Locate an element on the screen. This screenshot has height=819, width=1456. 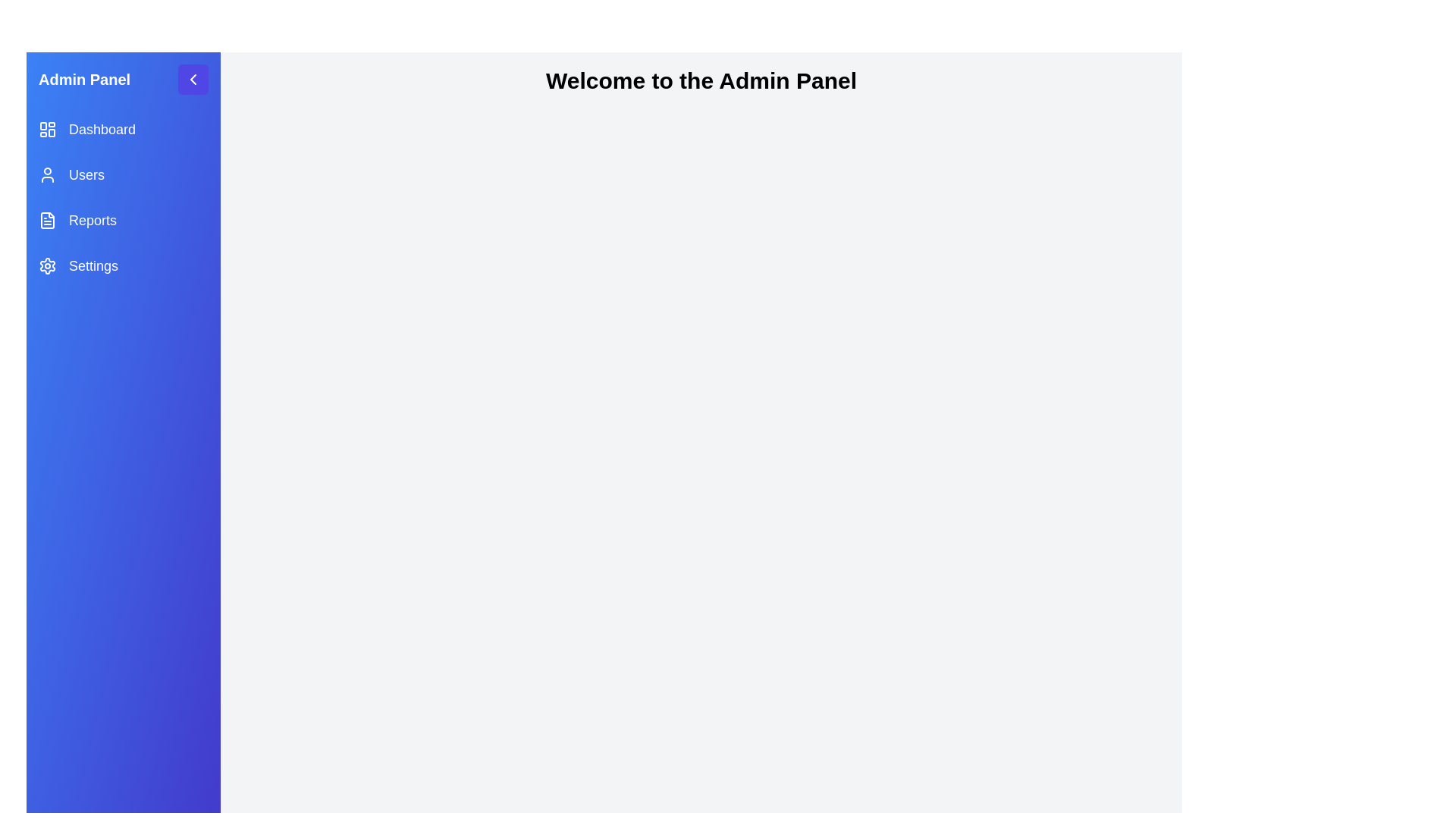
the Navigation Button that navigates to the 'Reports' section of the application is located at coordinates (77, 220).